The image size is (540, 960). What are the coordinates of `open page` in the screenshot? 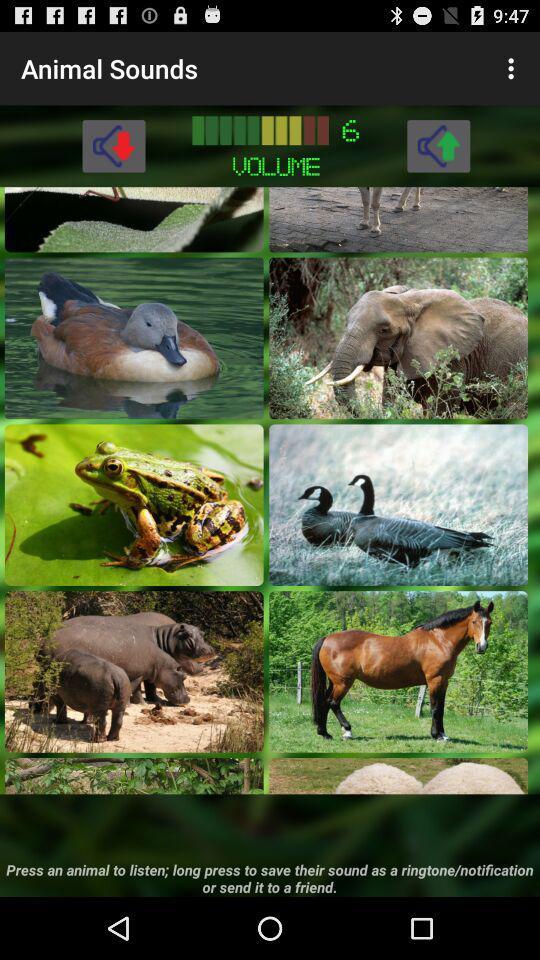 It's located at (134, 338).